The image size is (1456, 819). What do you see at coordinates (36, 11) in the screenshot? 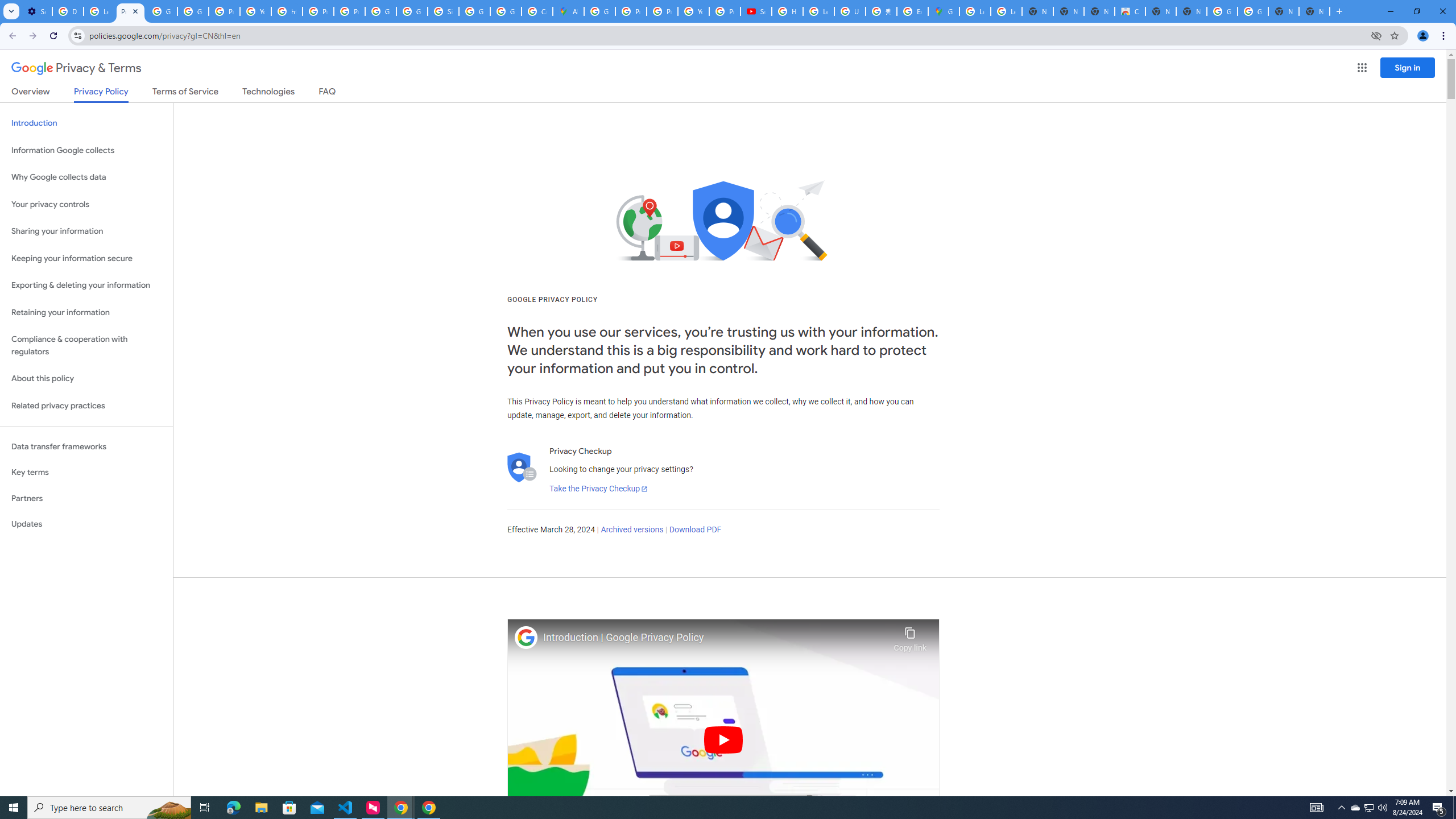
I see `'Settings - Performance'` at bounding box center [36, 11].